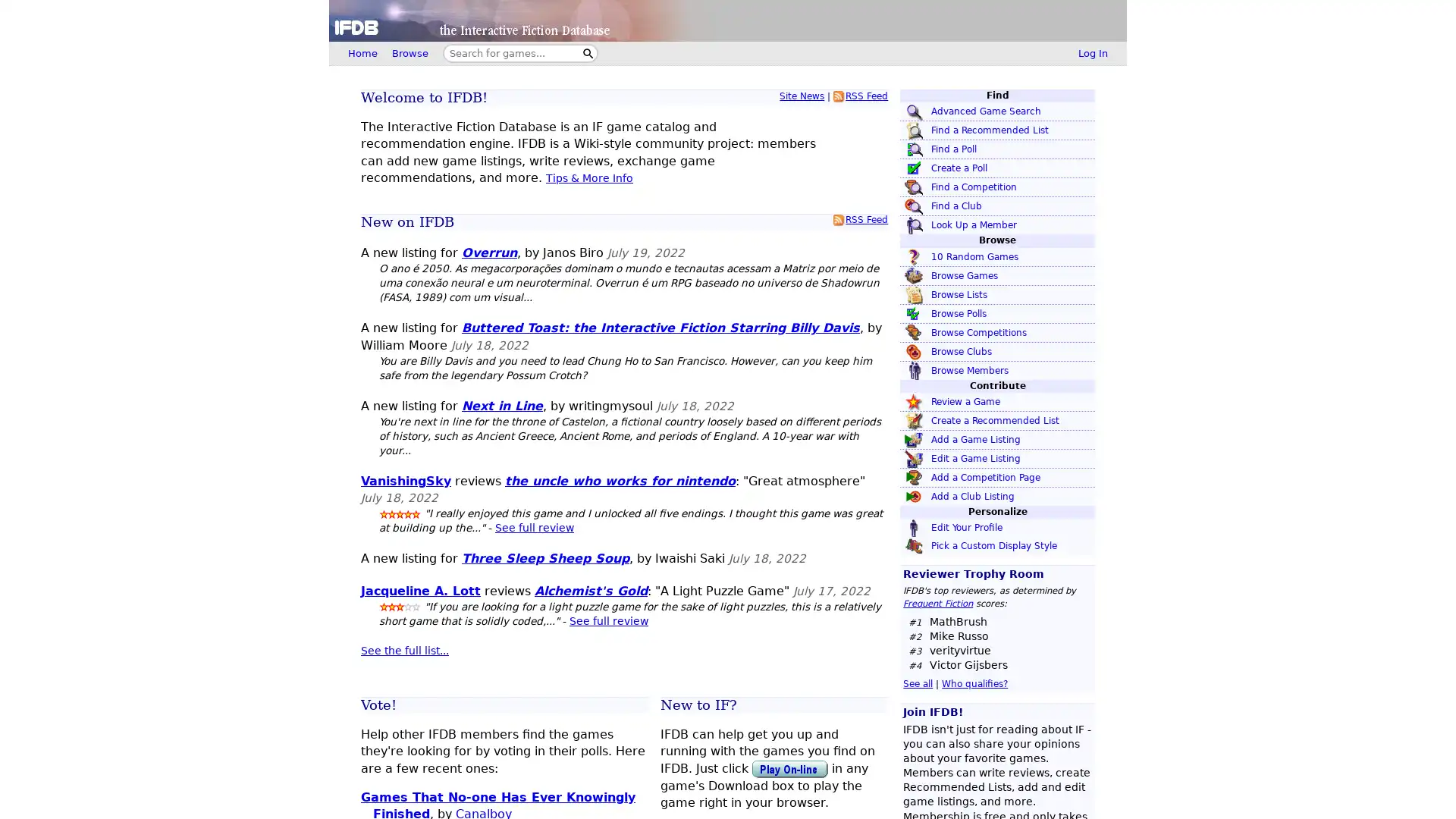 This screenshot has height=819, width=1456. What do you see at coordinates (587, 52) in the screenshot?
I see `Search` at bounding box center [587, 52].